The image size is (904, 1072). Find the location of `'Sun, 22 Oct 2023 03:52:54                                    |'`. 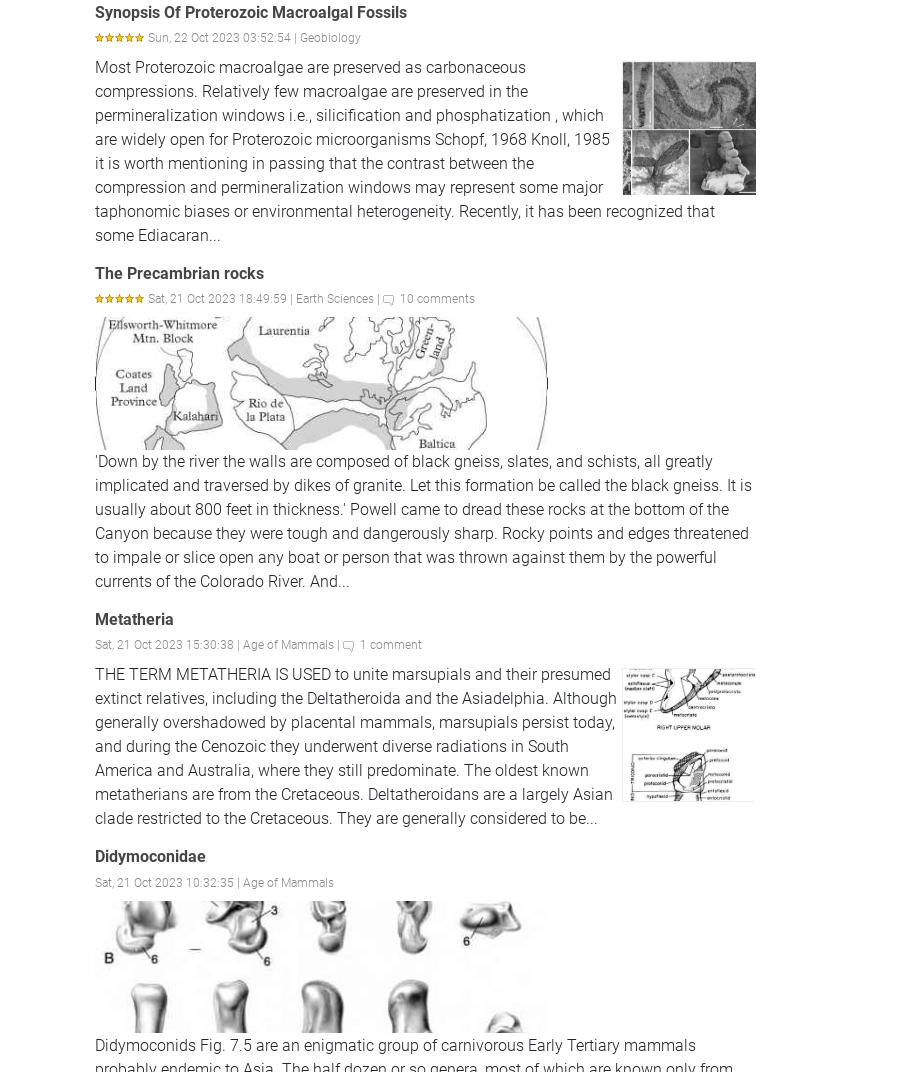

'Sun, 22 Oct 2023 03:52:54                                    |' is located at coordinates (224, 35).